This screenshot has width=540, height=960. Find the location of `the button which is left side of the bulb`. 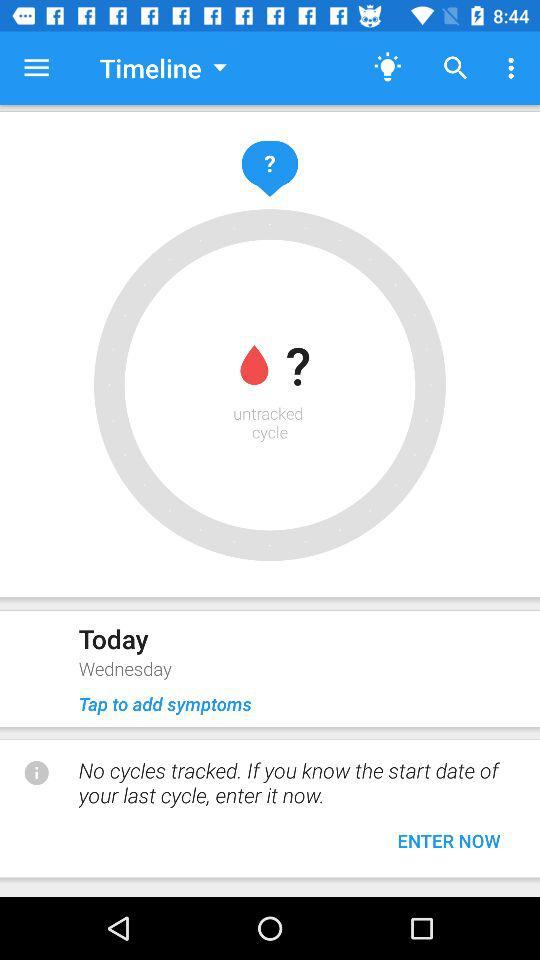

the button which is left side of the bulb is located at coordinates (162, 68).